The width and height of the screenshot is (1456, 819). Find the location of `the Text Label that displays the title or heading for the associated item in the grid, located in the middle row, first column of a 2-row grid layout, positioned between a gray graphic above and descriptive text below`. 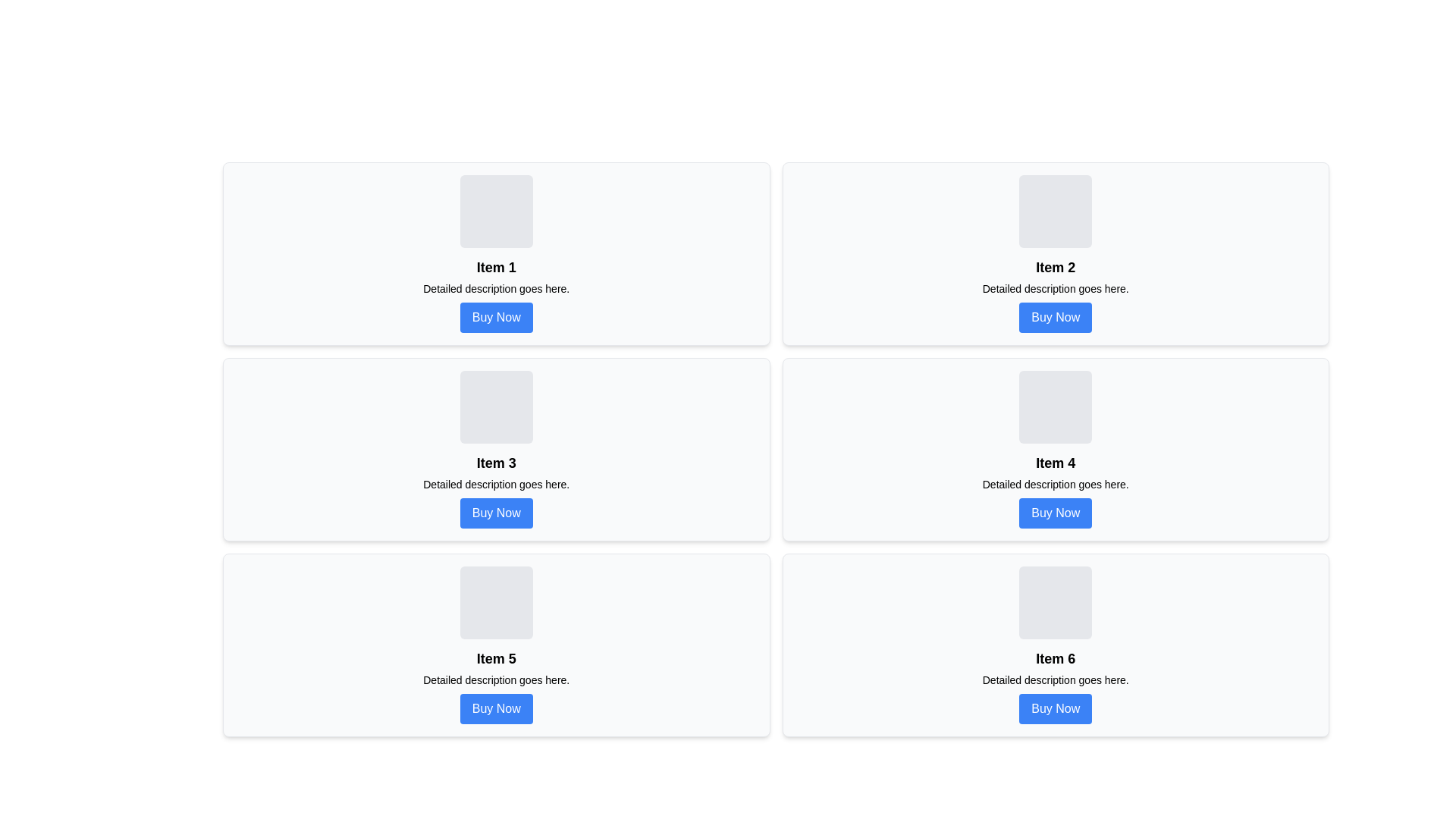

the Text Label that displays the title or heading for the associated item in the grid, located in the middle row, first column of a 2-row grid layout, positioned between a gray graphic above and descriptive text below is located at coordinates (496, 462).